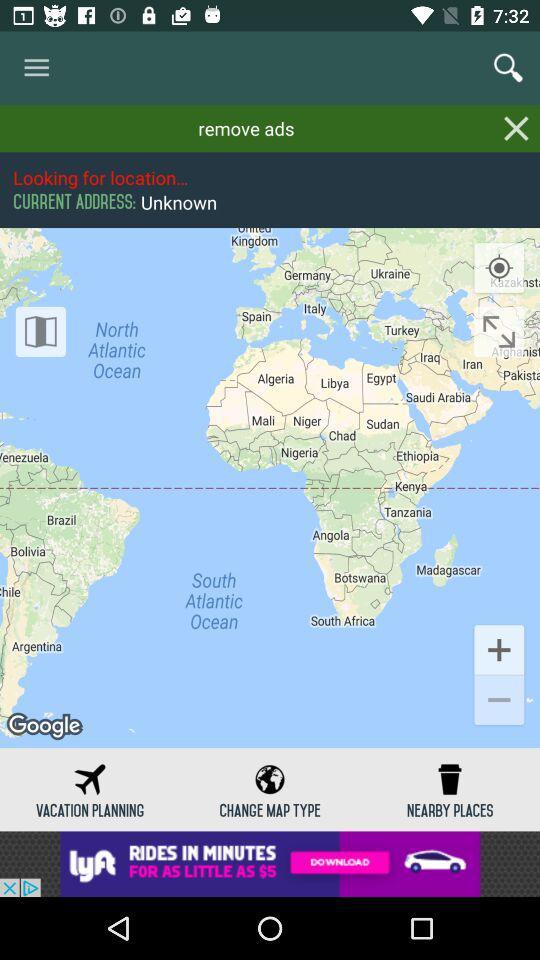 The image size is (540, 960). Describe the element at coordinates (516, 127) in the screenshot. I see `remove the advertisements` at that location.